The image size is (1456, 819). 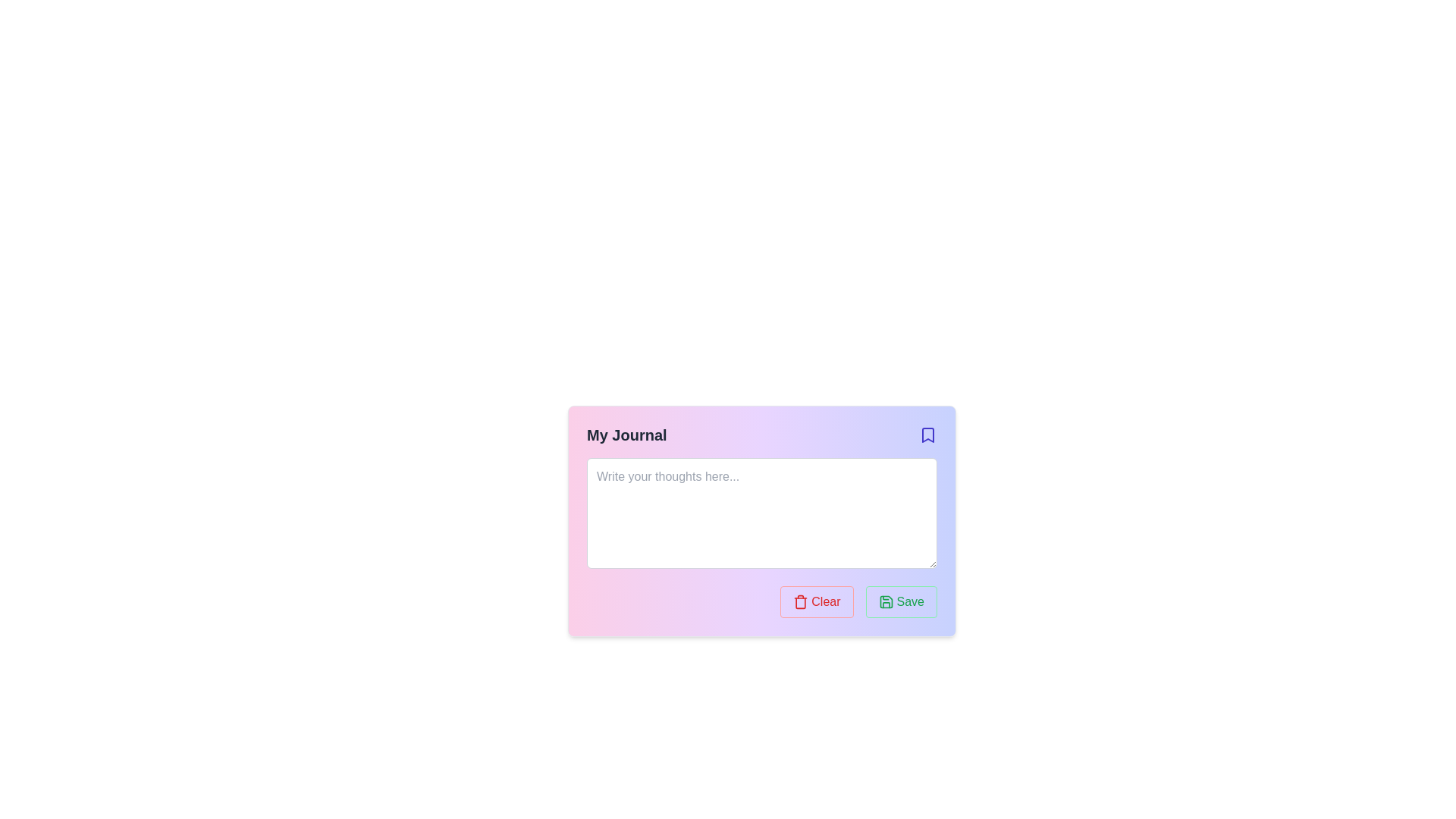 What do you see at coordinates (901, 601) in the screenshot?
I see `the 'Save' button located at the bottom right corner of the card interface, which features a save disk icon and the text label 'Save'` at bounding box center [901, 601].